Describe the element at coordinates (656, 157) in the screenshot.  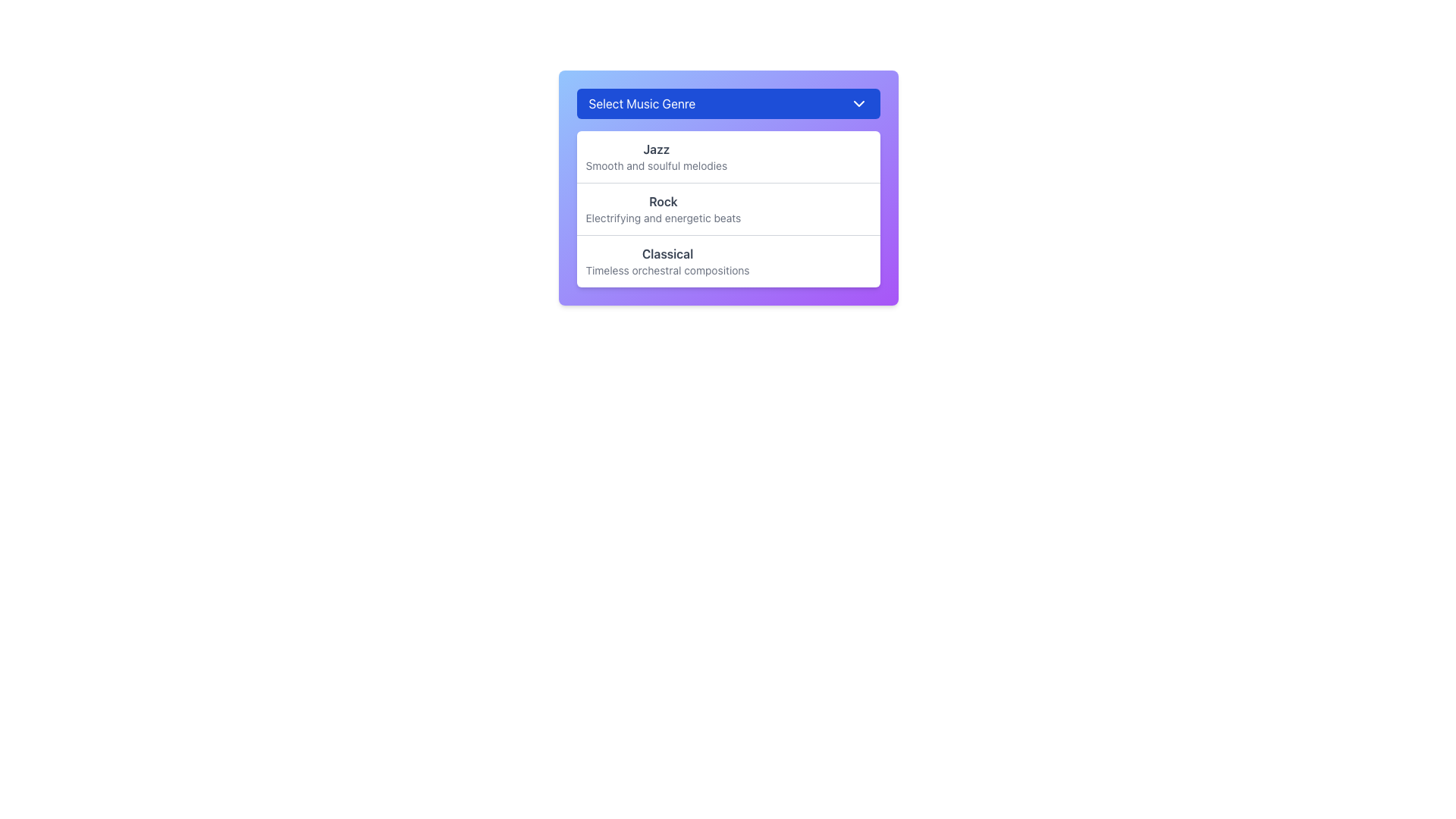
I see `the first item in the dropdown list labeled 'Jazz'` at that location.